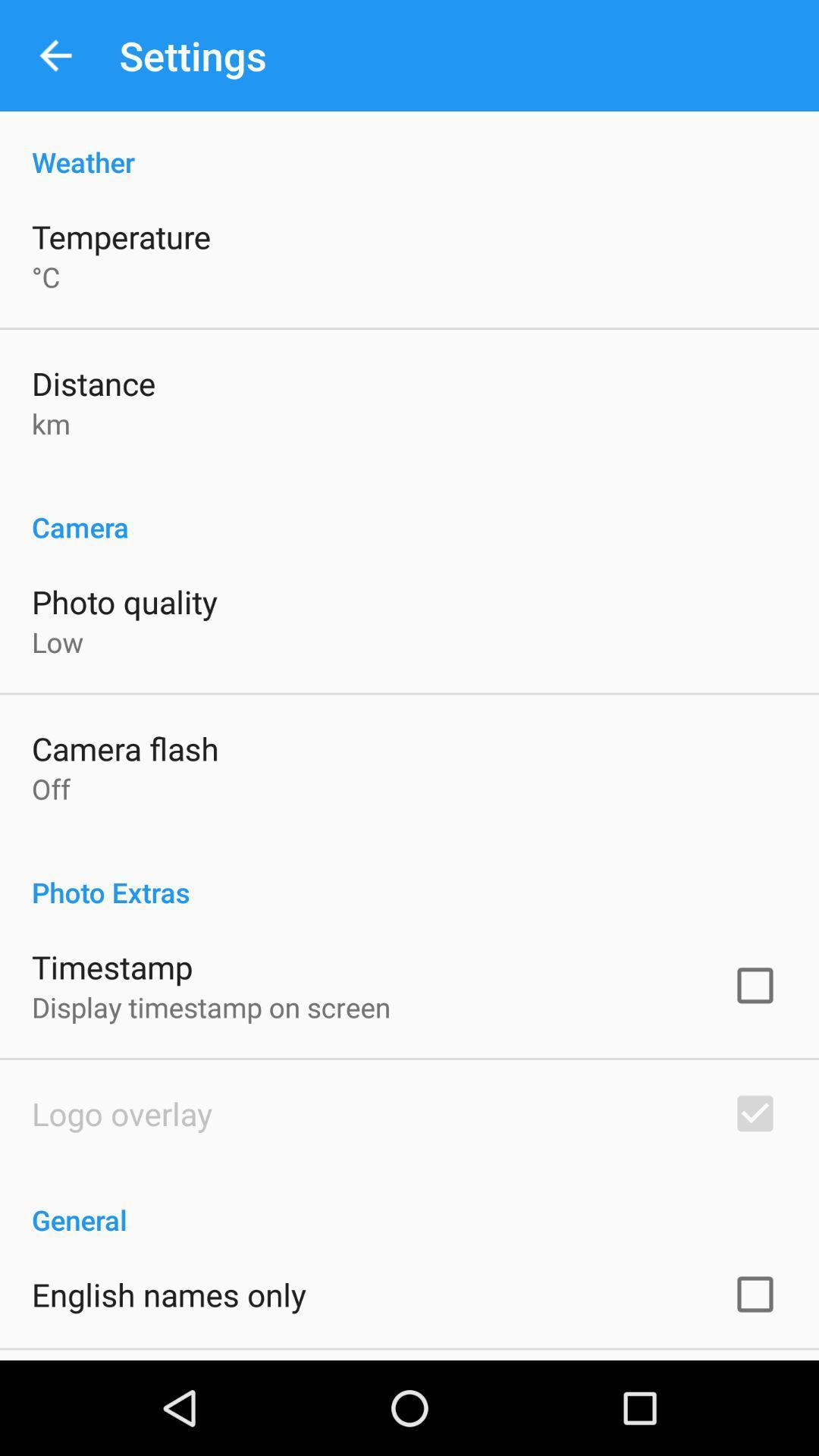 Image resolution: width=819 pixels, height=1456 pixels. Describe the element at coordinates (55, 55) in the screenshot. I see `the item above the weather icon` at that location.